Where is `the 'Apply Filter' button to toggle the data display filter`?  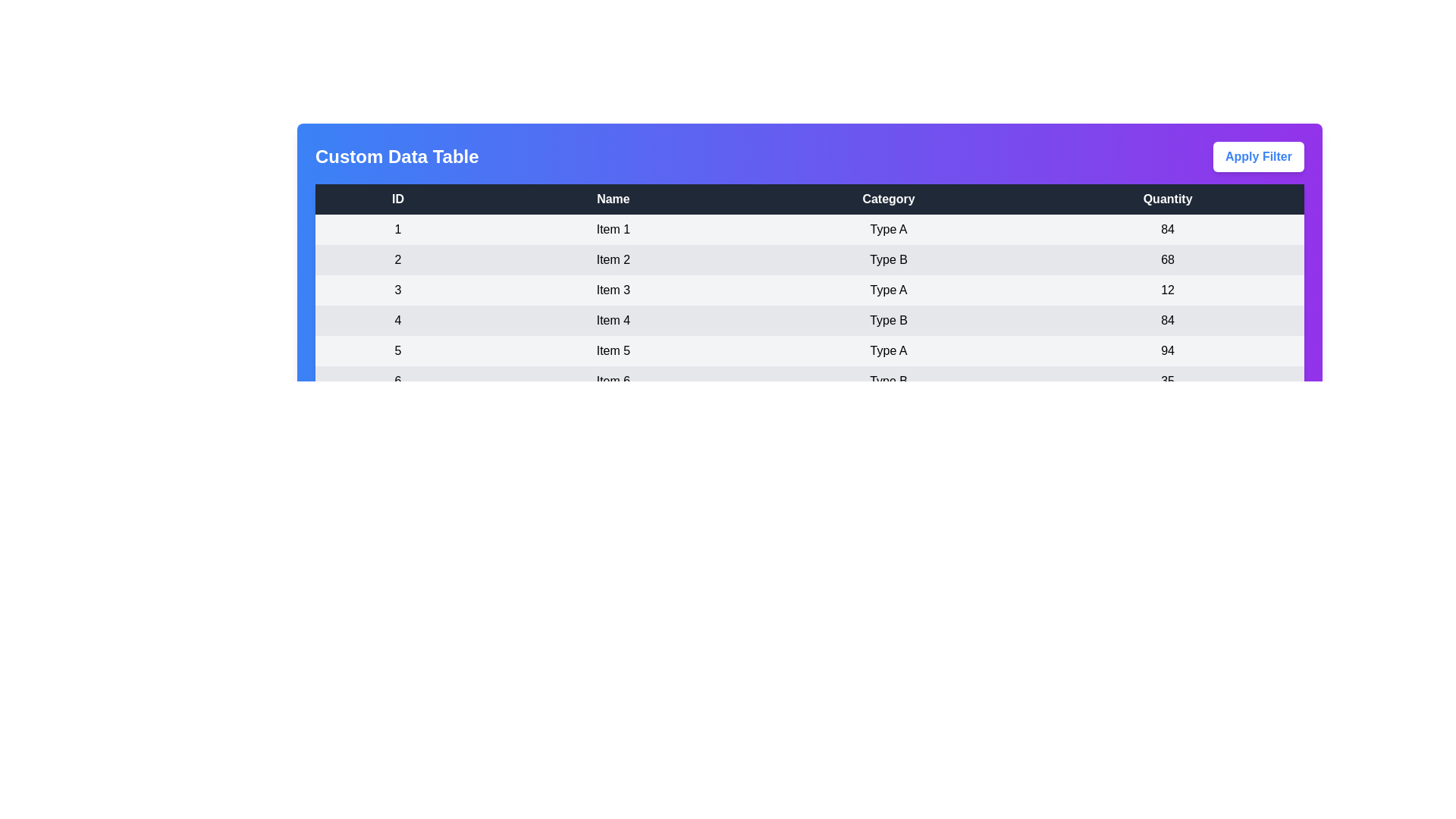
the 'Apply Filter' button to toggle the data display filter is located at coordinates (1259, 157).